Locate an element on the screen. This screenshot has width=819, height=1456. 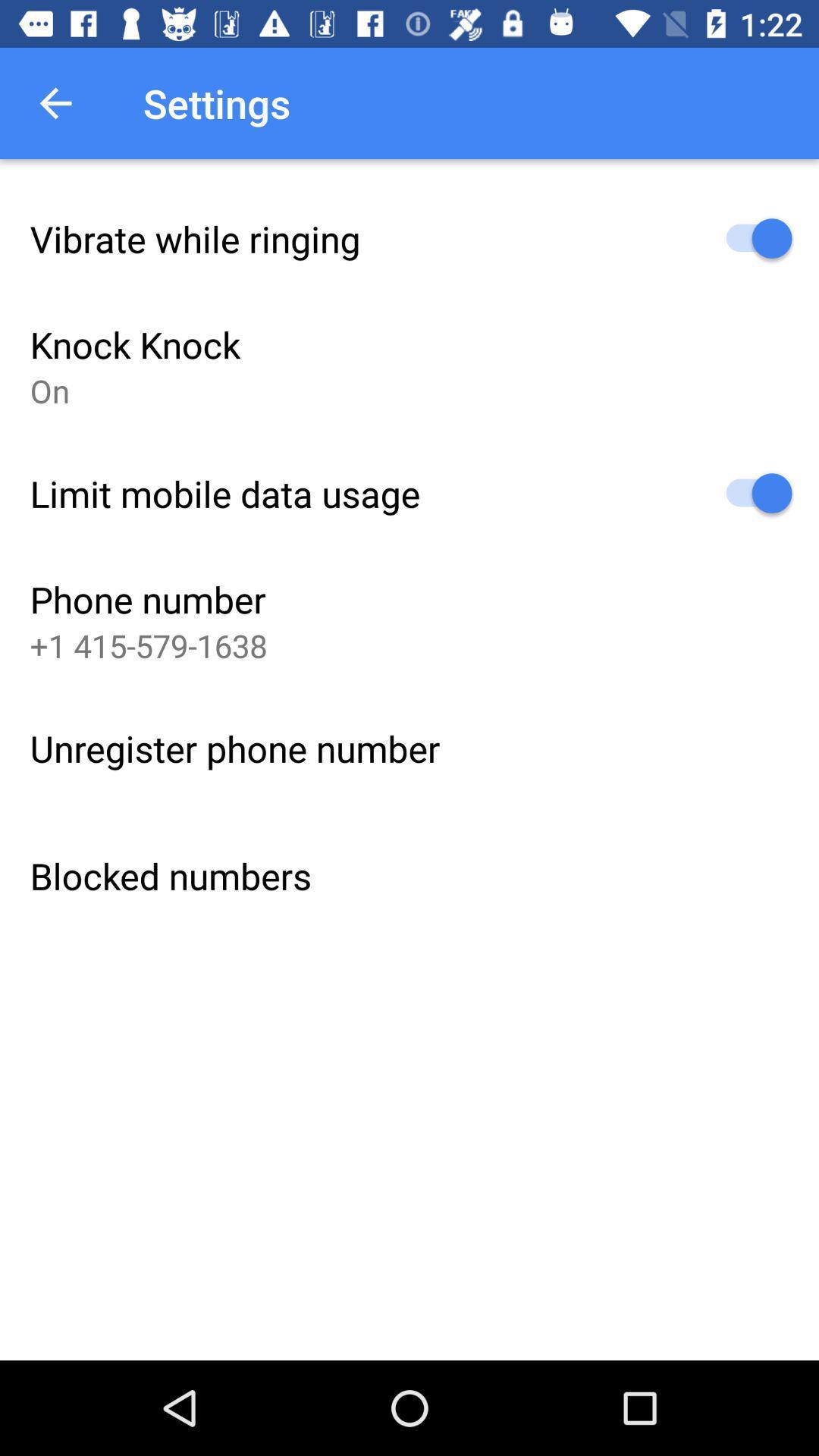
knock knock is located at coordinates (134, 344).